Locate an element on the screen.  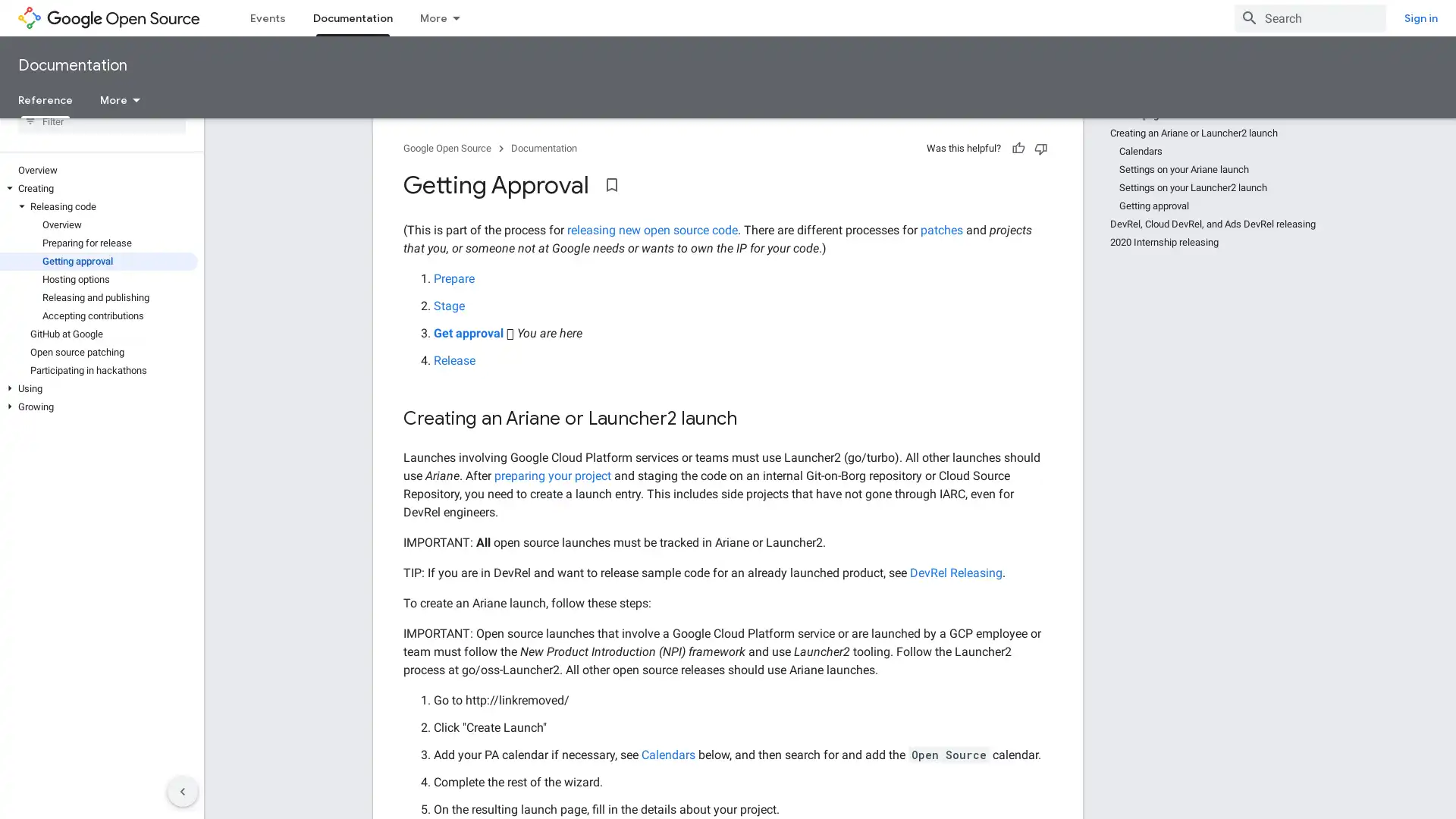
Helpful is located at coordinates (1018, 174).